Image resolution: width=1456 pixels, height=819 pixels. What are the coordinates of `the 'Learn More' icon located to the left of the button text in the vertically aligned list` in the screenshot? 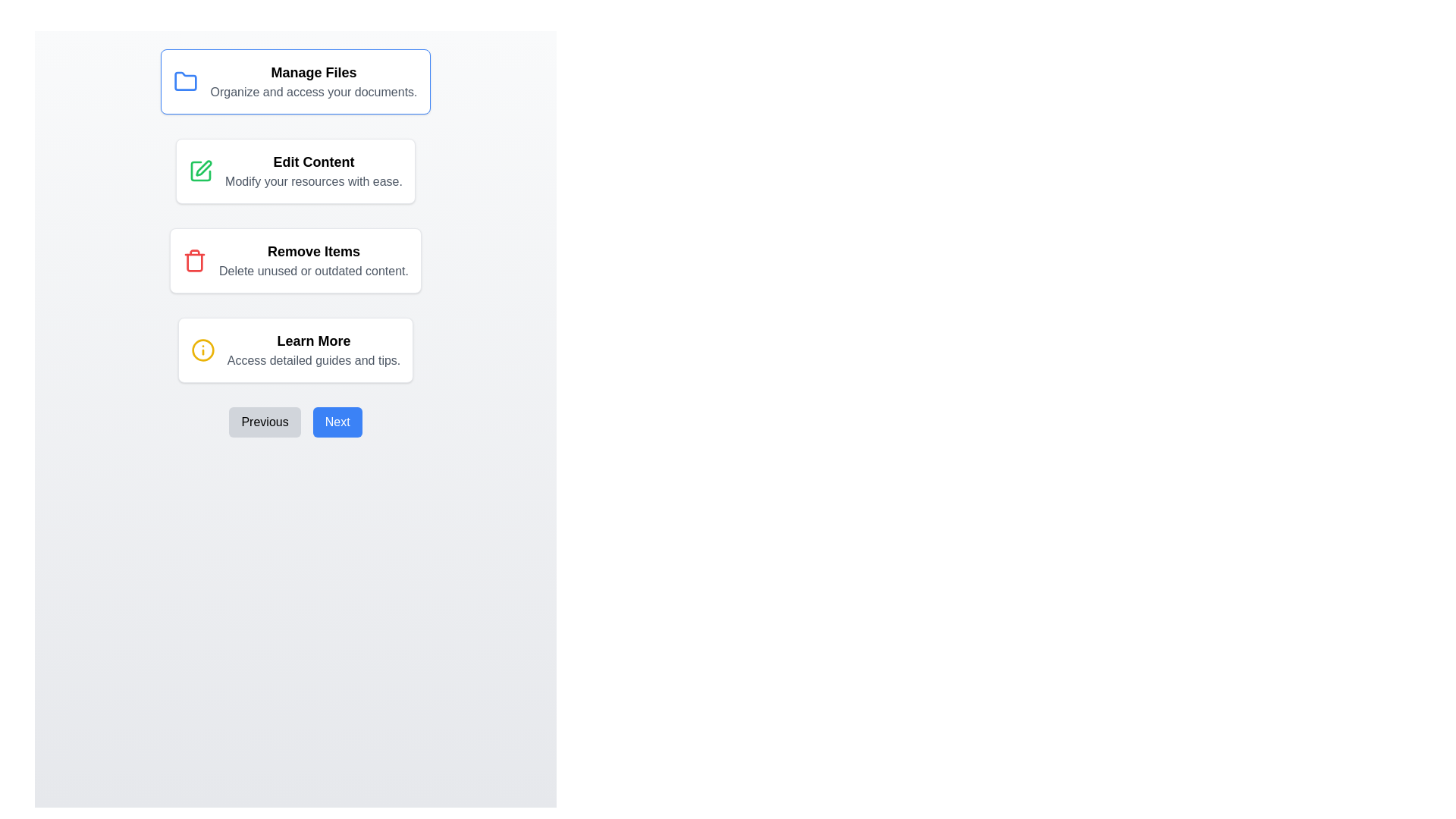 It's located at (202, 350).